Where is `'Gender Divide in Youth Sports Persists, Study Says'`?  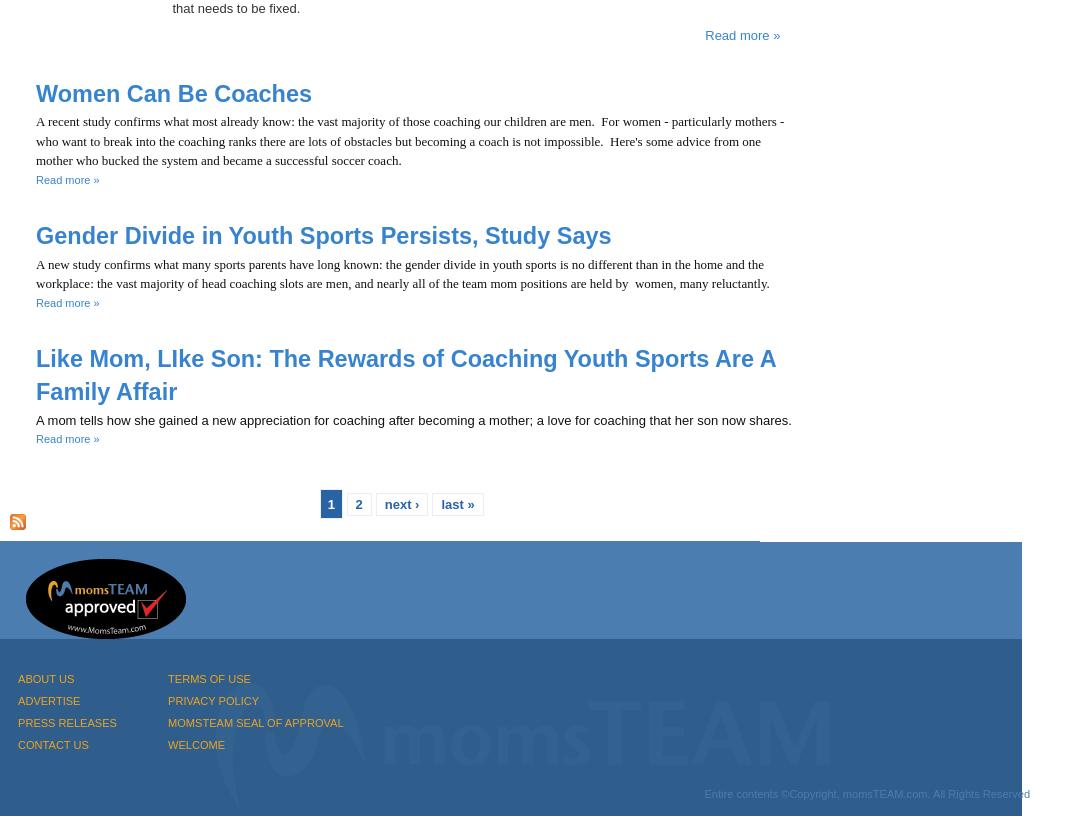
'Gender Divide in Youth Sports Persists, Study Says' is located at coordinates (323, 234).